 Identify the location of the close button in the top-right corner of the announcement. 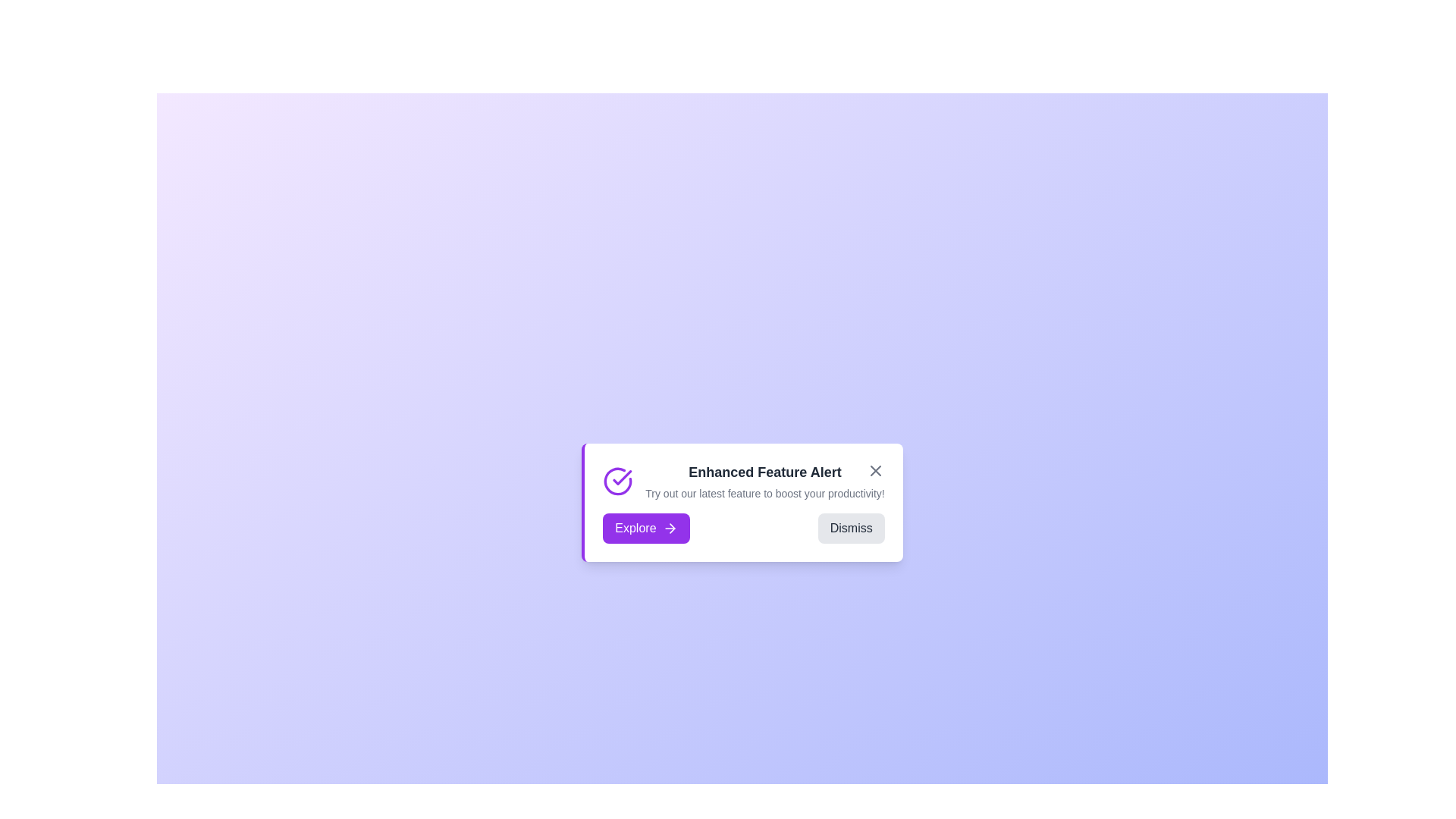
(875, 470).